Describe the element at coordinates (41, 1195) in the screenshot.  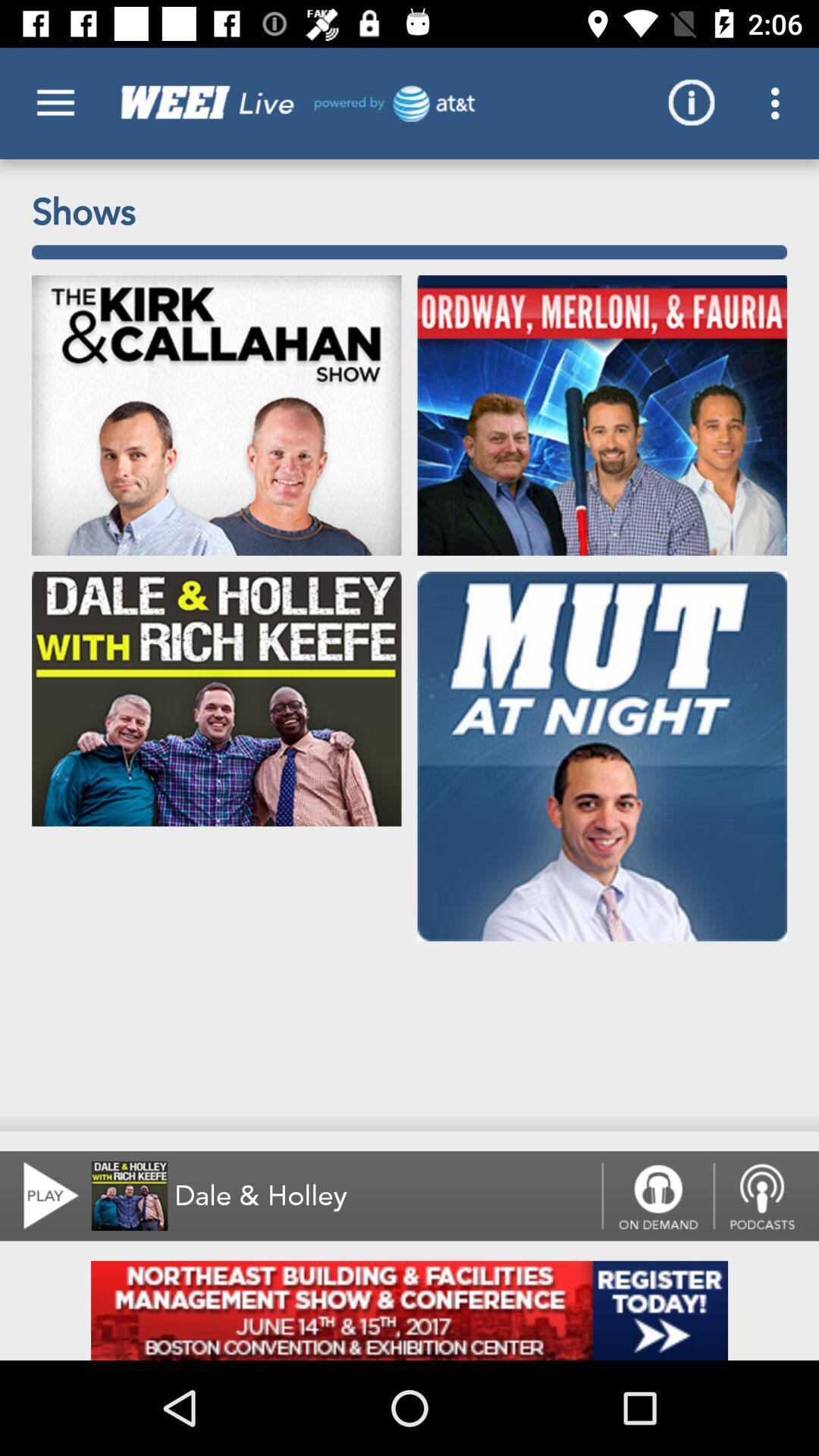
I see `the play icon` at that location.